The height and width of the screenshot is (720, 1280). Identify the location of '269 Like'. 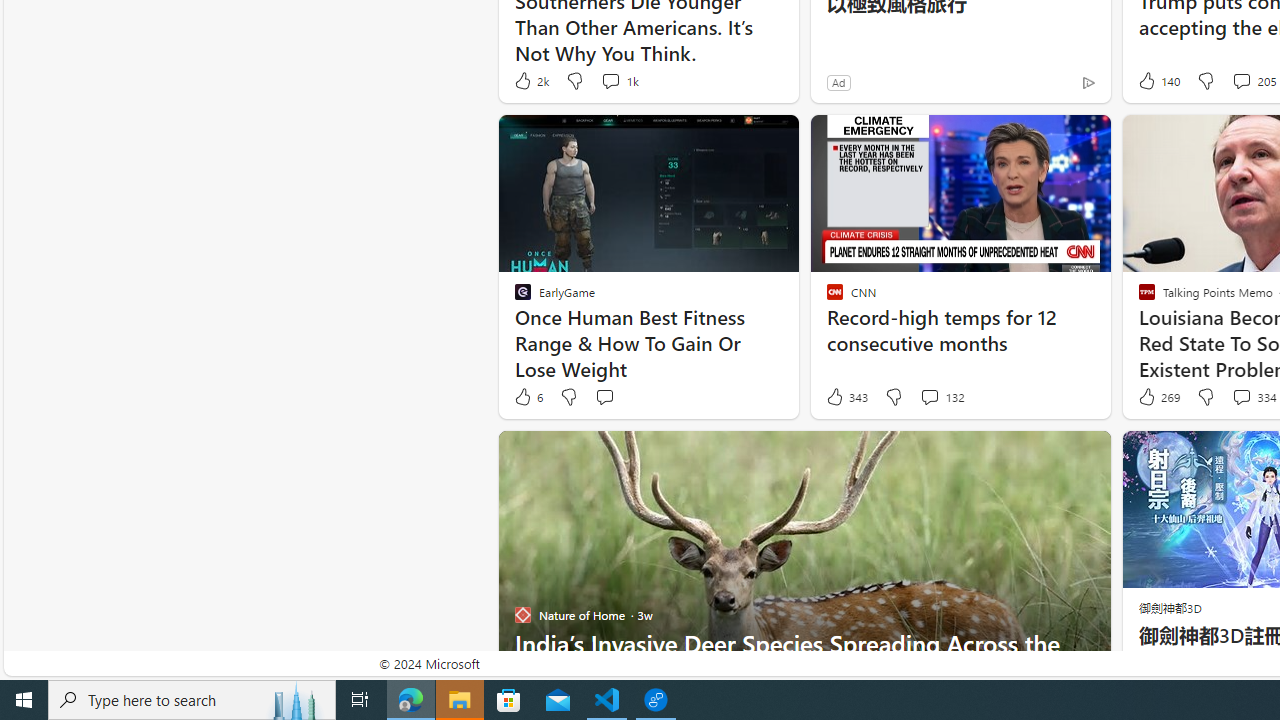
(1157, 397).